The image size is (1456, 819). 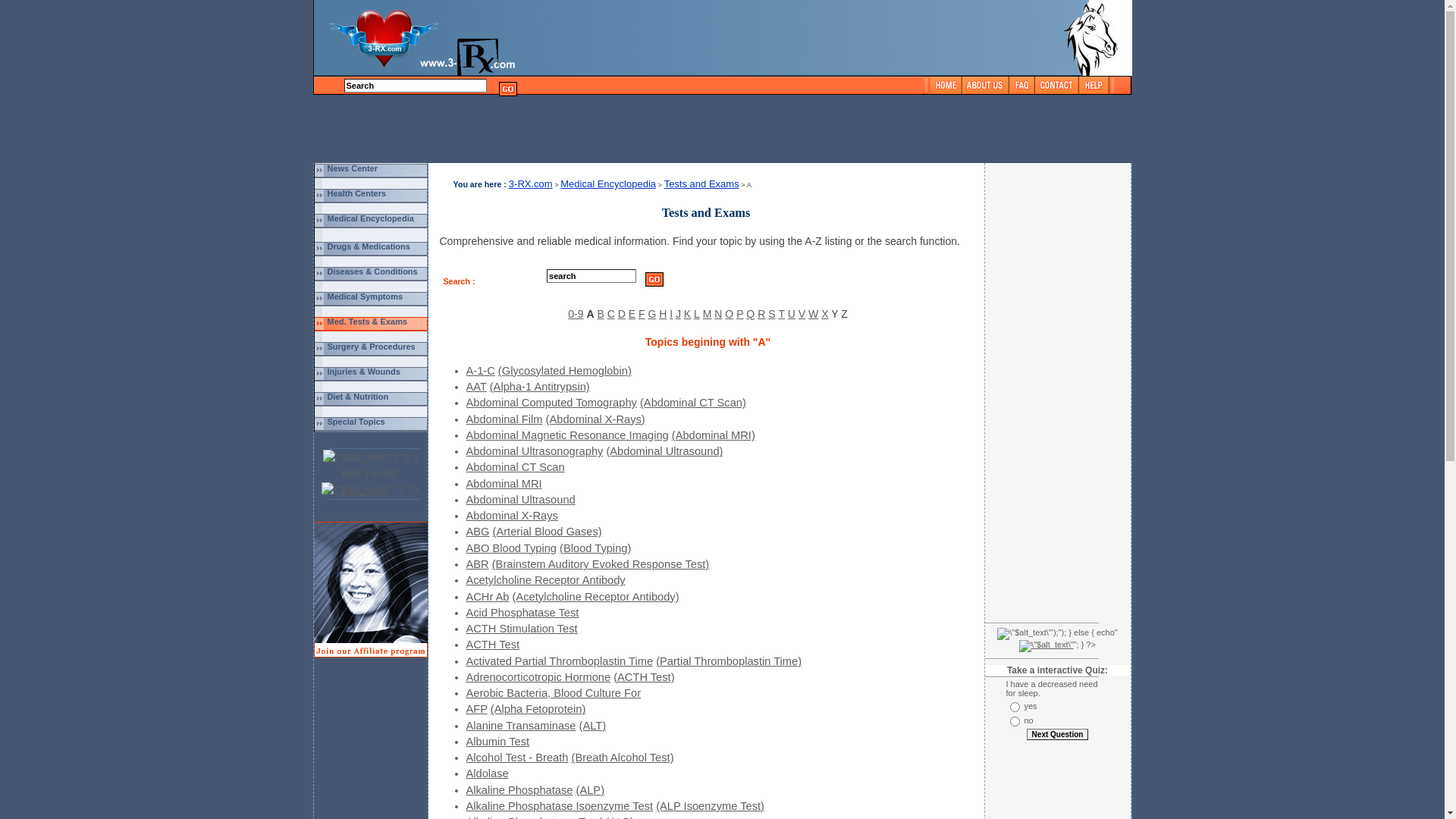 What do you see at coordinates (356, 421) in the screenshot?
I see `'Special Topics'` at bounding box center [356, 421].